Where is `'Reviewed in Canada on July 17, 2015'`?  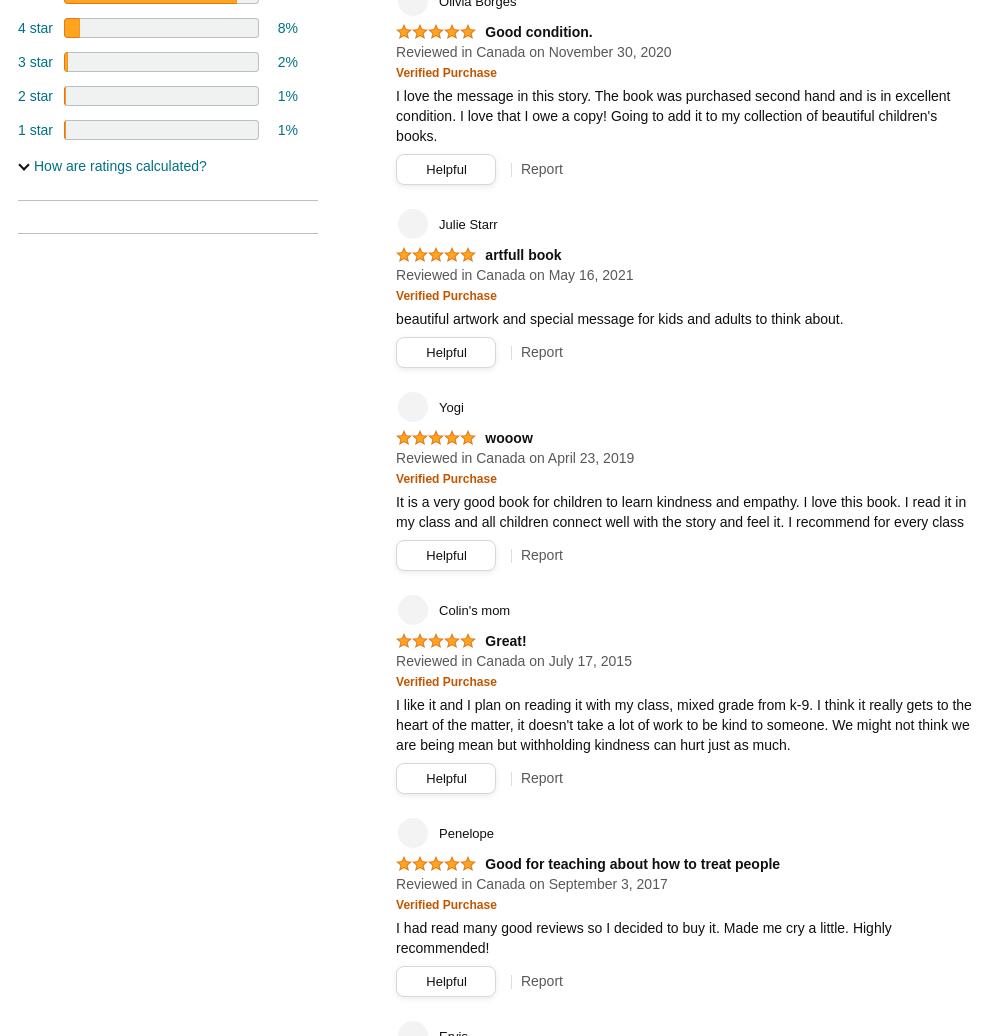
'Reviewed in Canada on July 17, 2015' is located at coordinates (513, 660).